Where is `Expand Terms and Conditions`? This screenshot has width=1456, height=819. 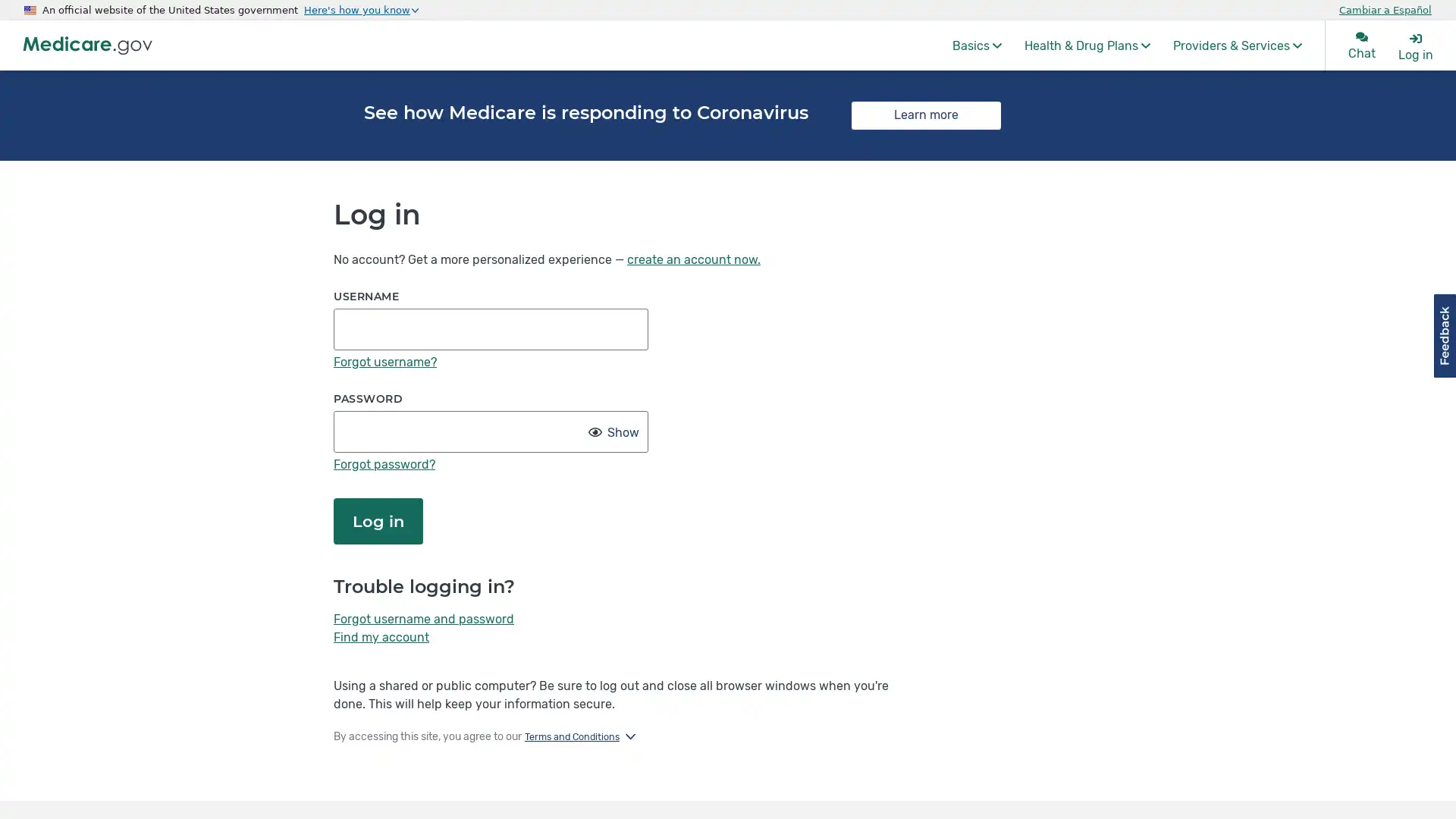 Expand Terms and Conditions is located at coordinates (579, 736).